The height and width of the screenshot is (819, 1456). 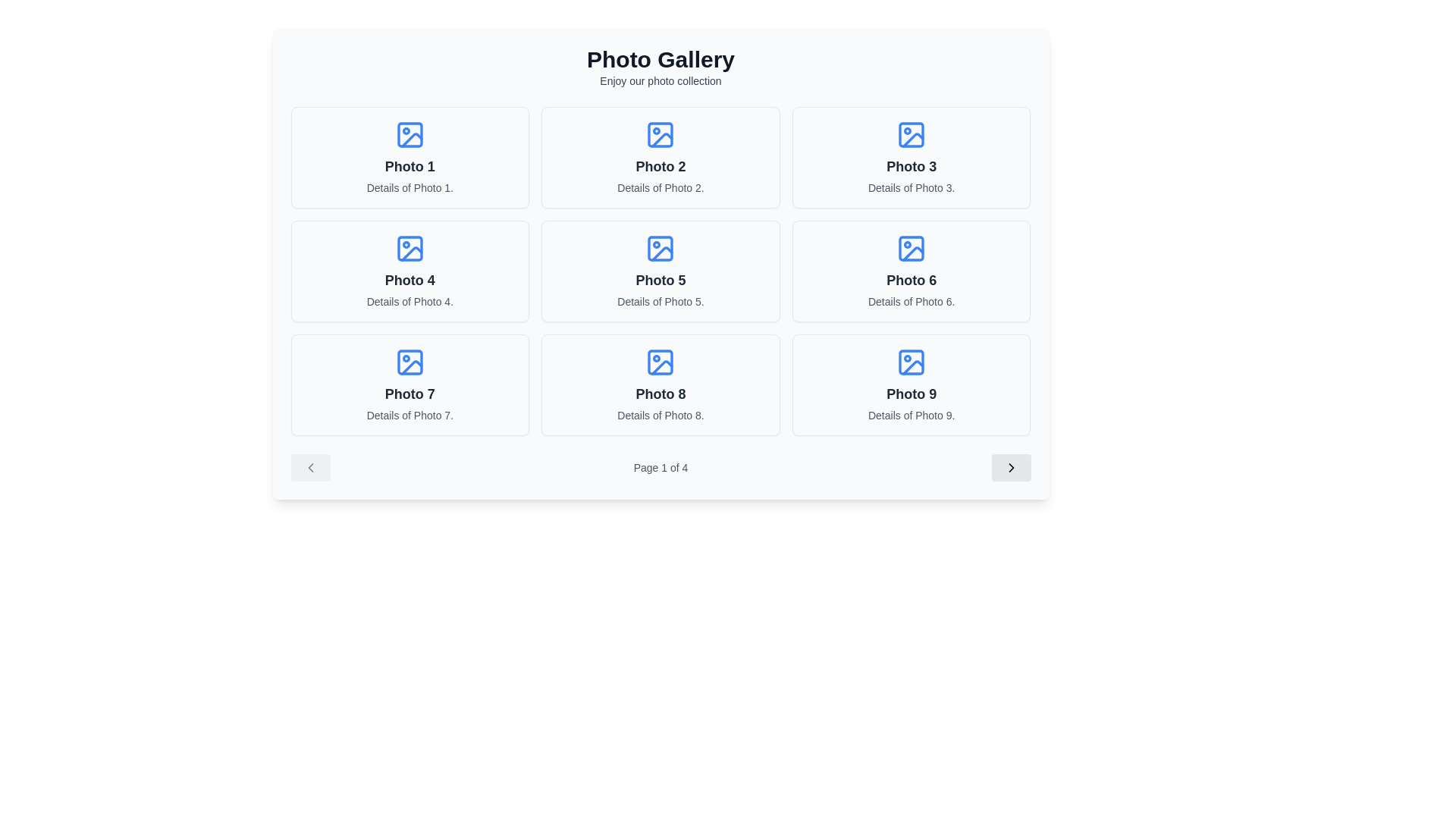 What do you see at coordinates (661, 384) in the screenshot?
I see `the Card element representing 'Photo 8' in the grid layout, located in the bottom-center position of the grid` at bounding box center [661, 384].